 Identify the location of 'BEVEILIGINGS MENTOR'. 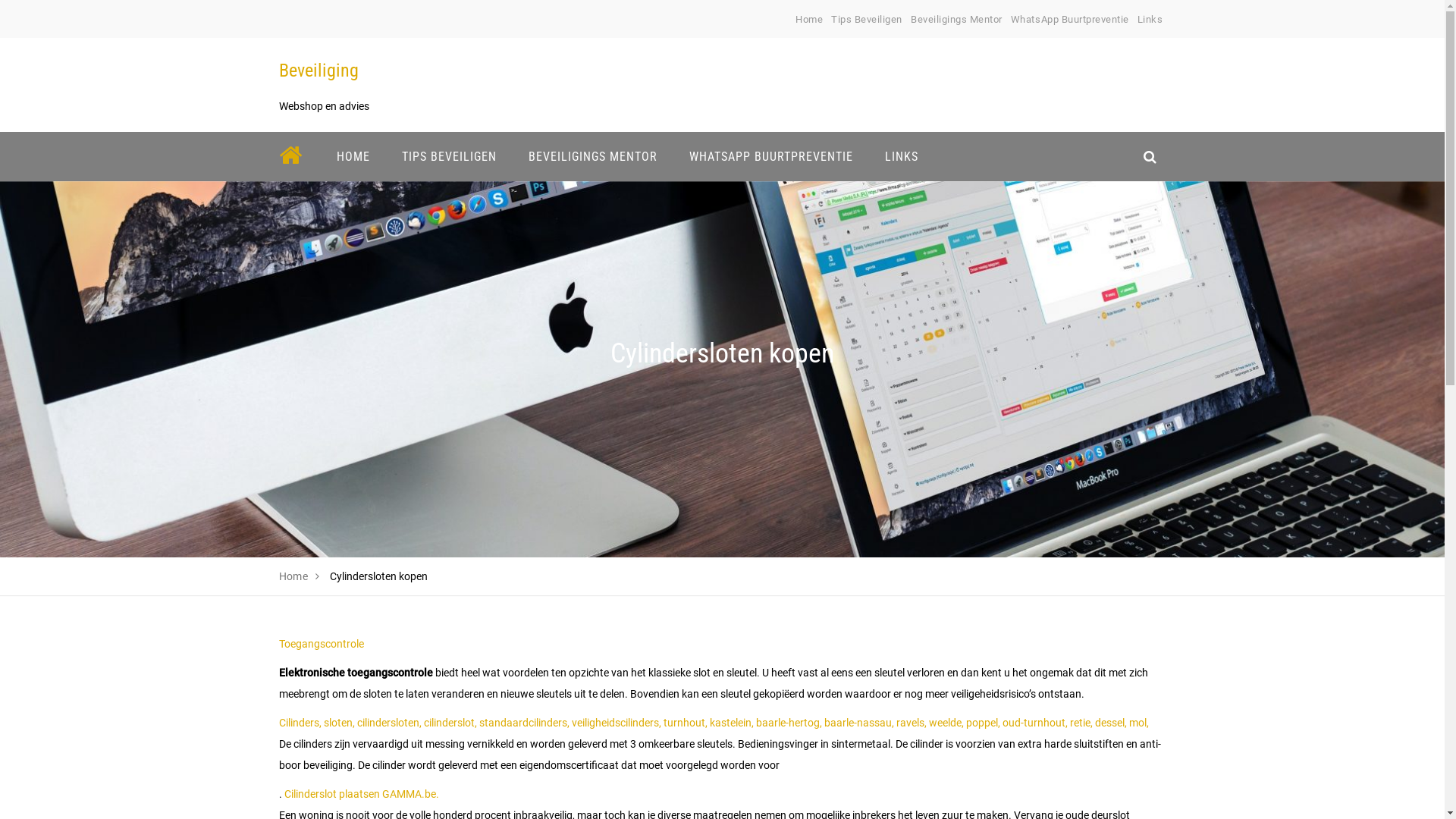
(519, 156).